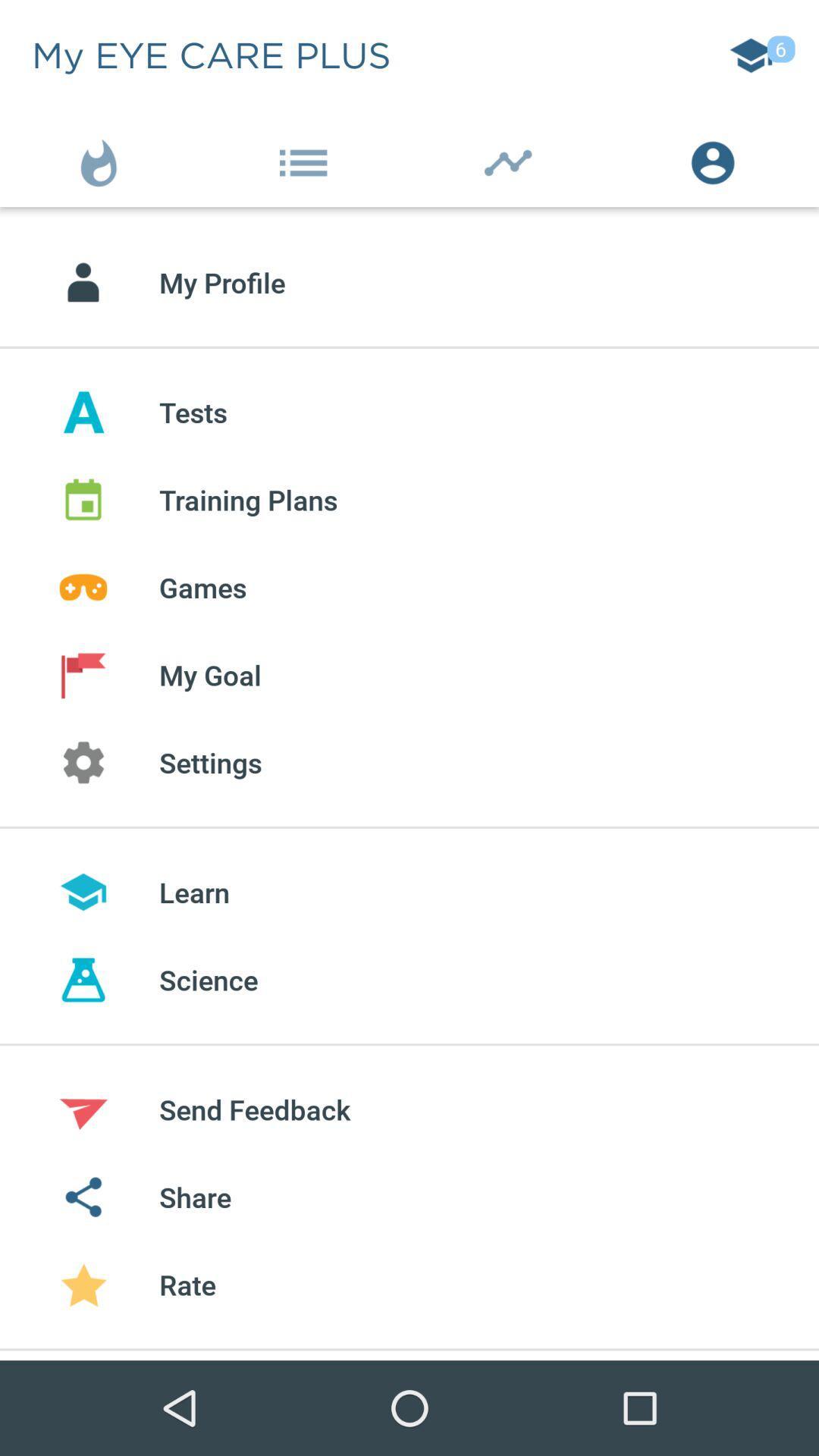 This screenshot has width=819, height=1456. What do you see at coordinates (102, 159) in the screenshot?
I see `icon below my eye care item` at bounding box center [102, 159].